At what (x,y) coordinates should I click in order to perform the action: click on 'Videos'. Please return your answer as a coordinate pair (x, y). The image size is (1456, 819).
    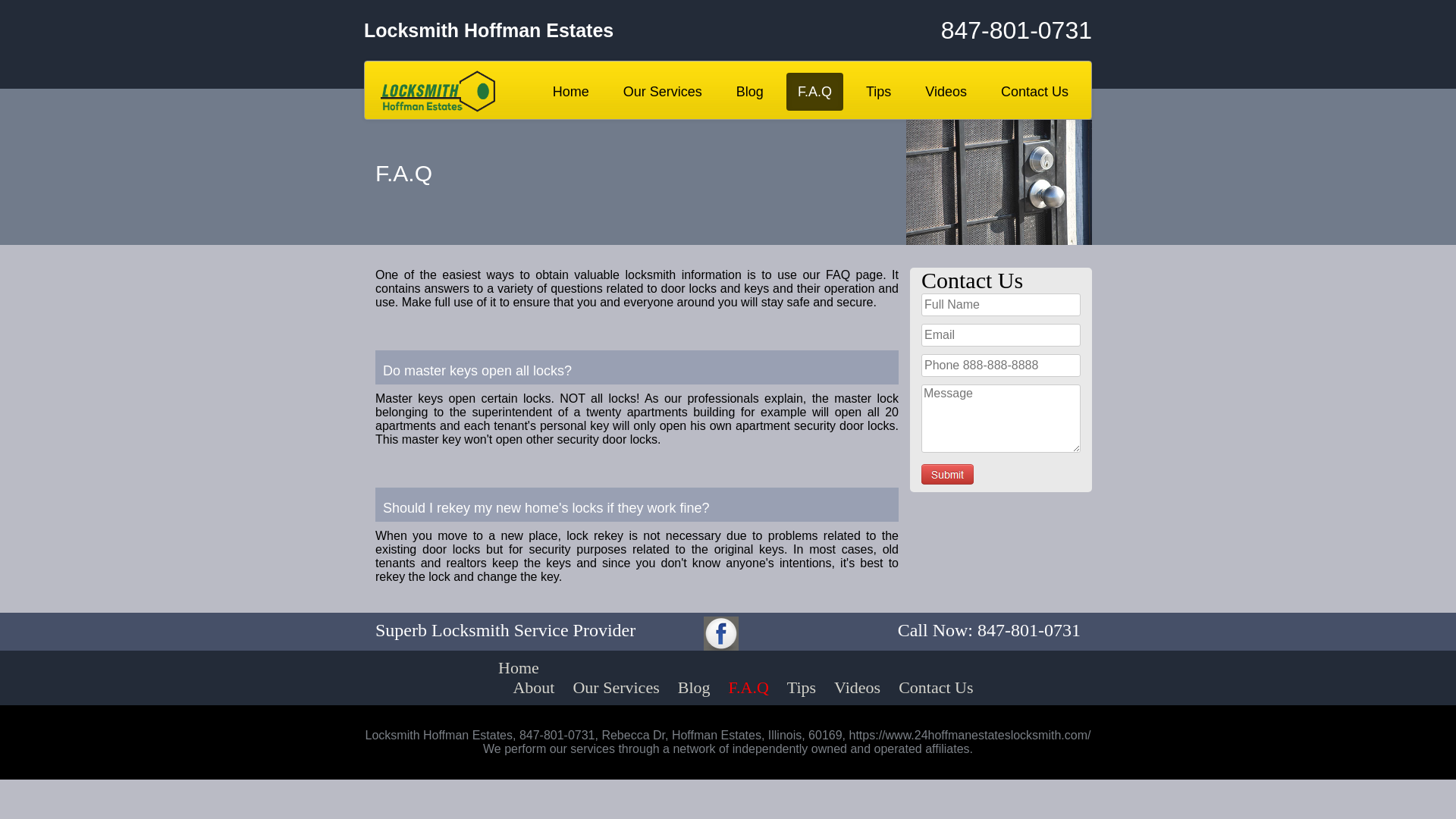
    Looking at the image, I should click on (857, 687).